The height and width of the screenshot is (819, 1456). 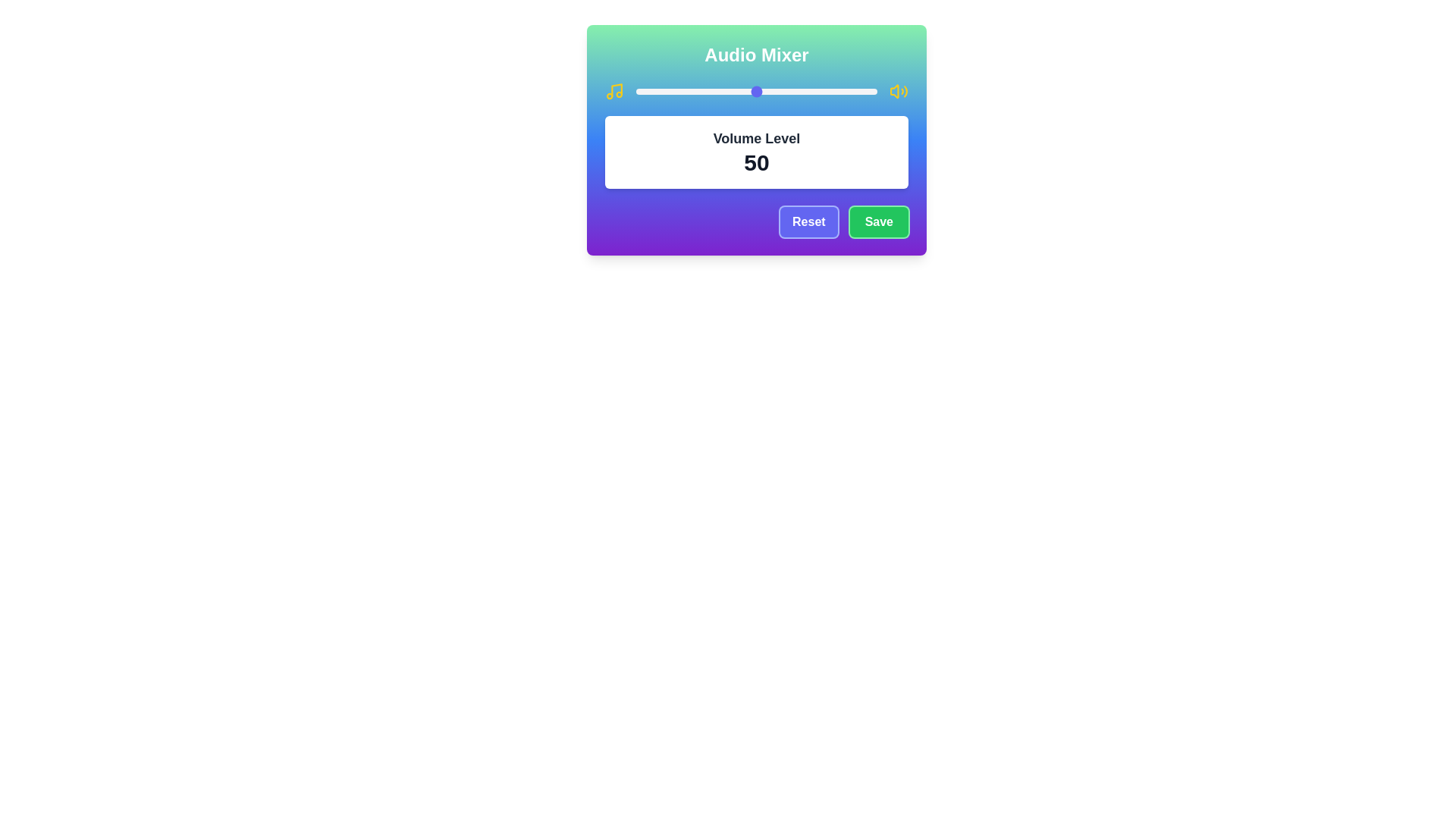 I want to click on the volume level, so click(x=749, y=91).